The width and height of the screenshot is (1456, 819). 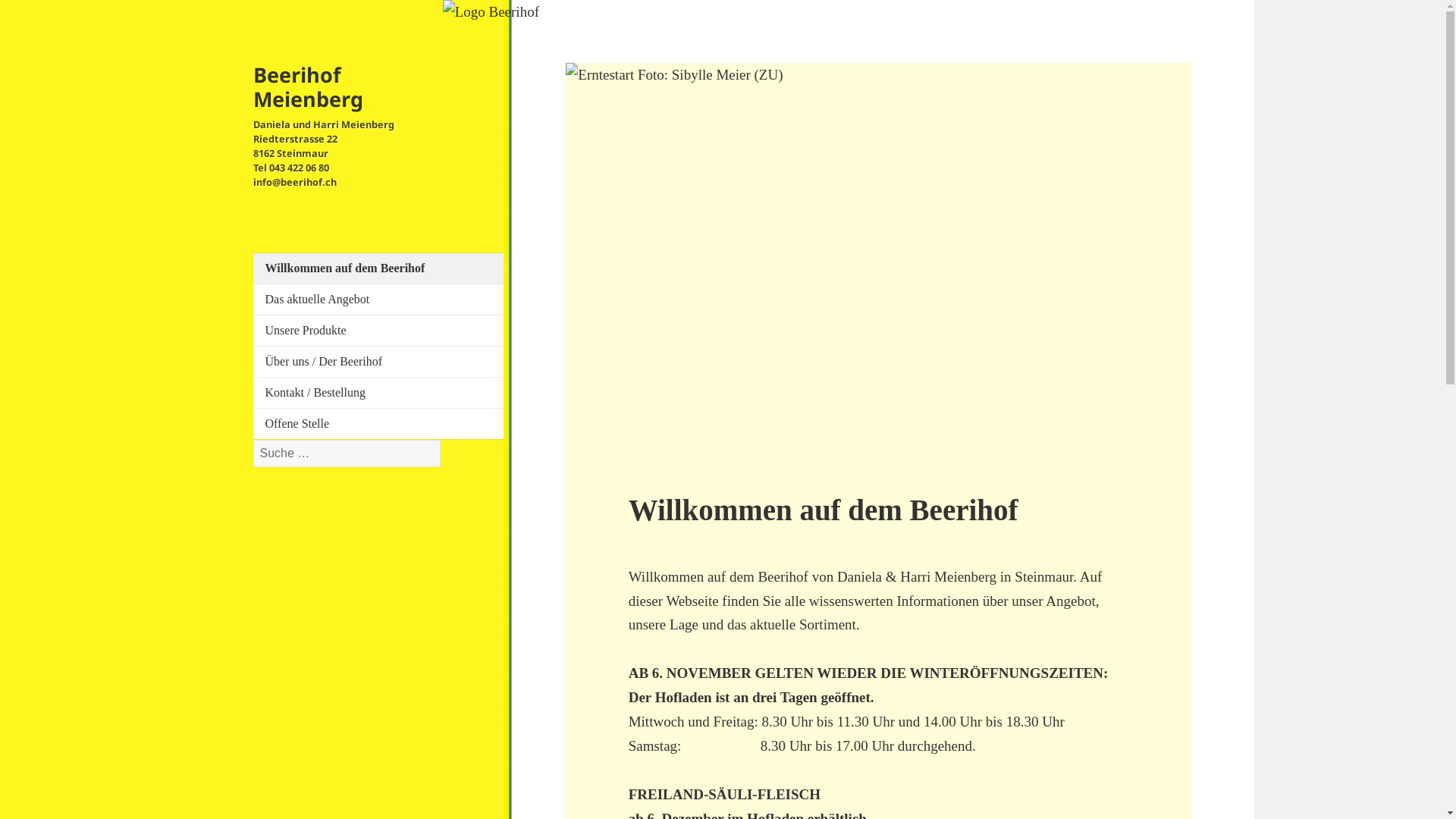 I want to click on 'Logo Beerihof', so click(x=491, y=11).